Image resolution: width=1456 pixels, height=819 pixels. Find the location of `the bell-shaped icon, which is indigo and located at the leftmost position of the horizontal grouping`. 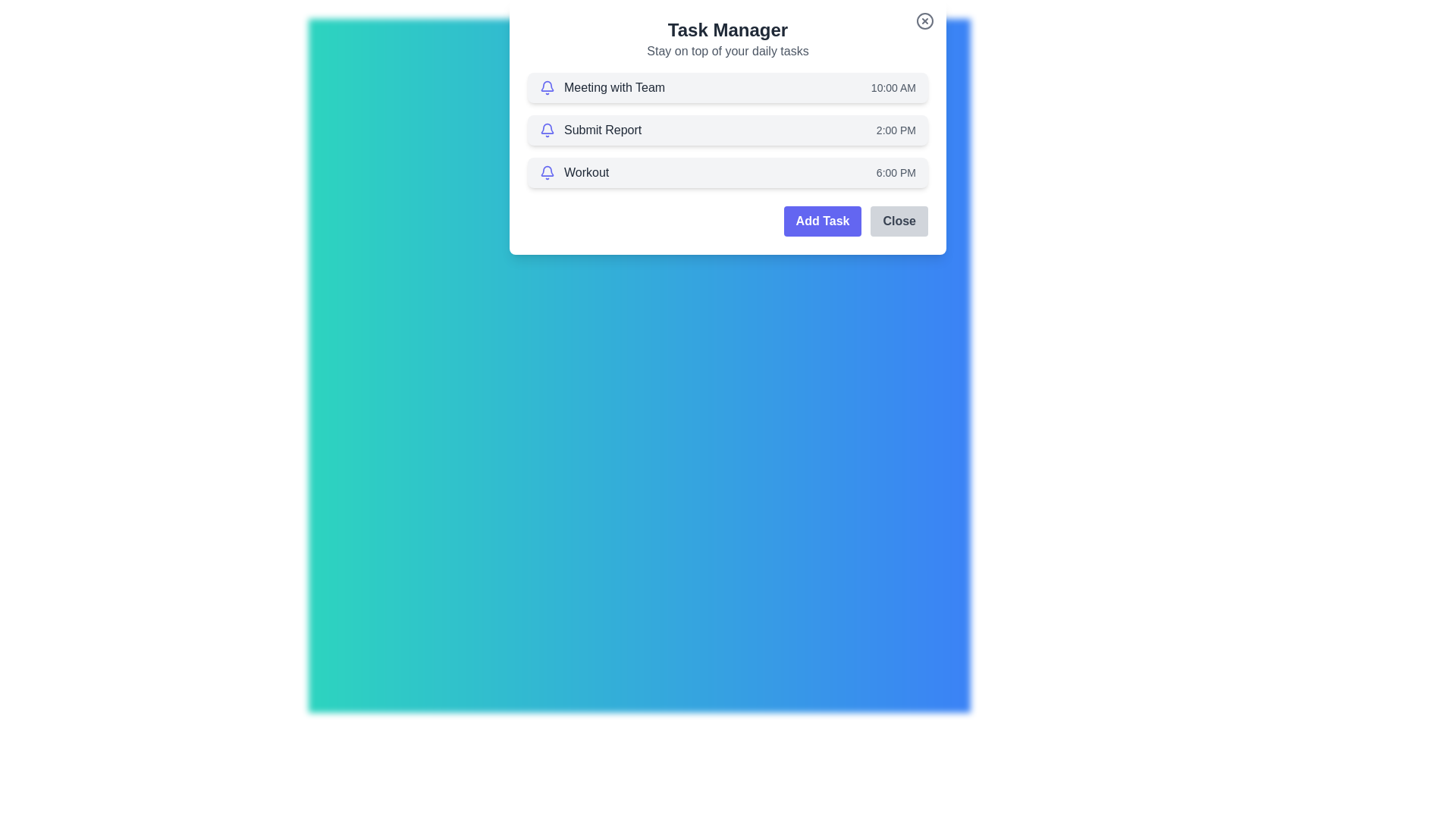

the bell-shaped icon, which is indigo and located at the leftmost position of the horizontal grouping is located at coordinates (546, 130).